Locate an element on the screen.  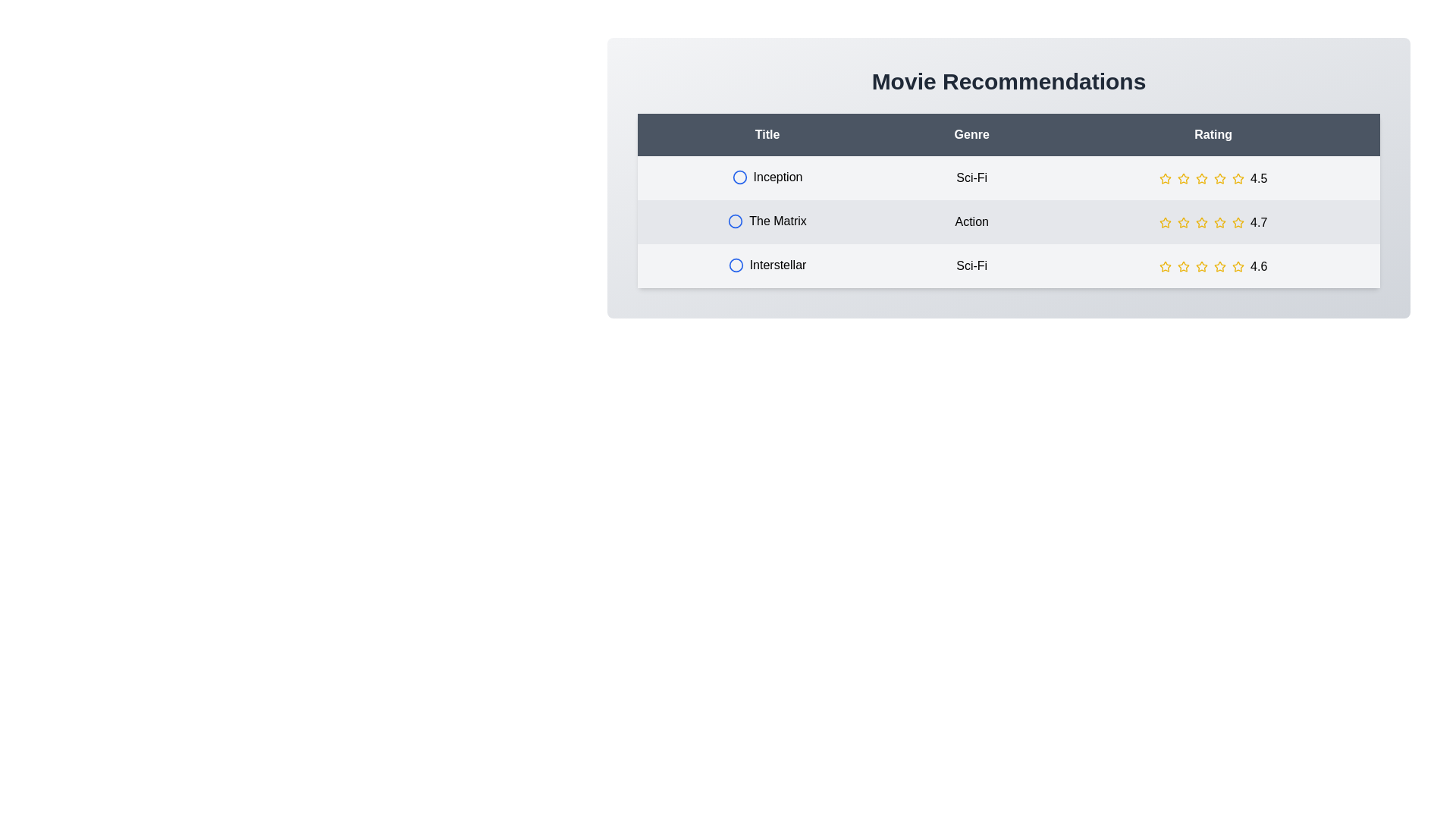
the star rating for a movie to 2 stars is located at coordinates (1182, 177).